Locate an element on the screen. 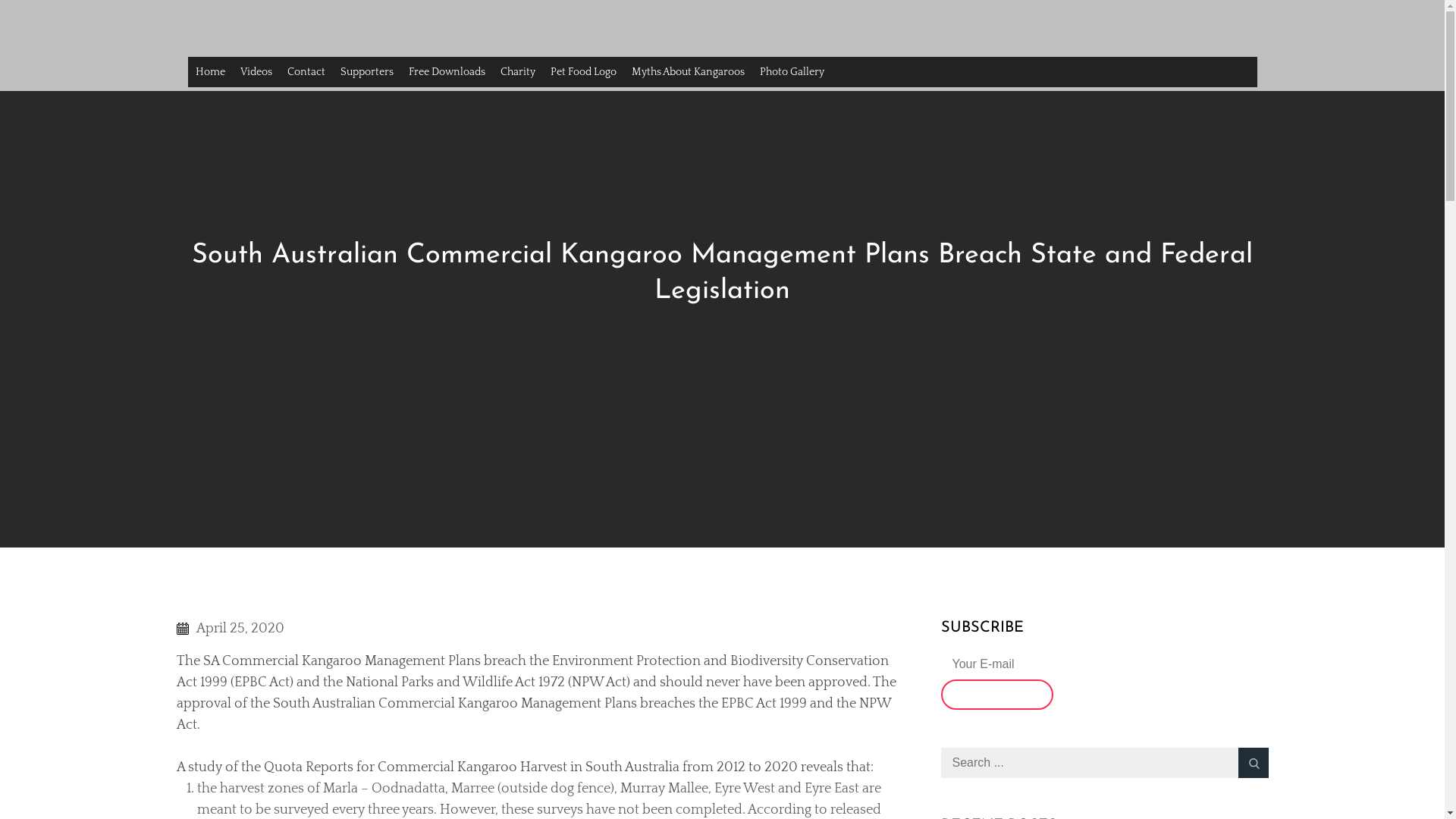 The width and height of the screenshot is (1456, 819). 'Home' is located at coordinates (187, 72).